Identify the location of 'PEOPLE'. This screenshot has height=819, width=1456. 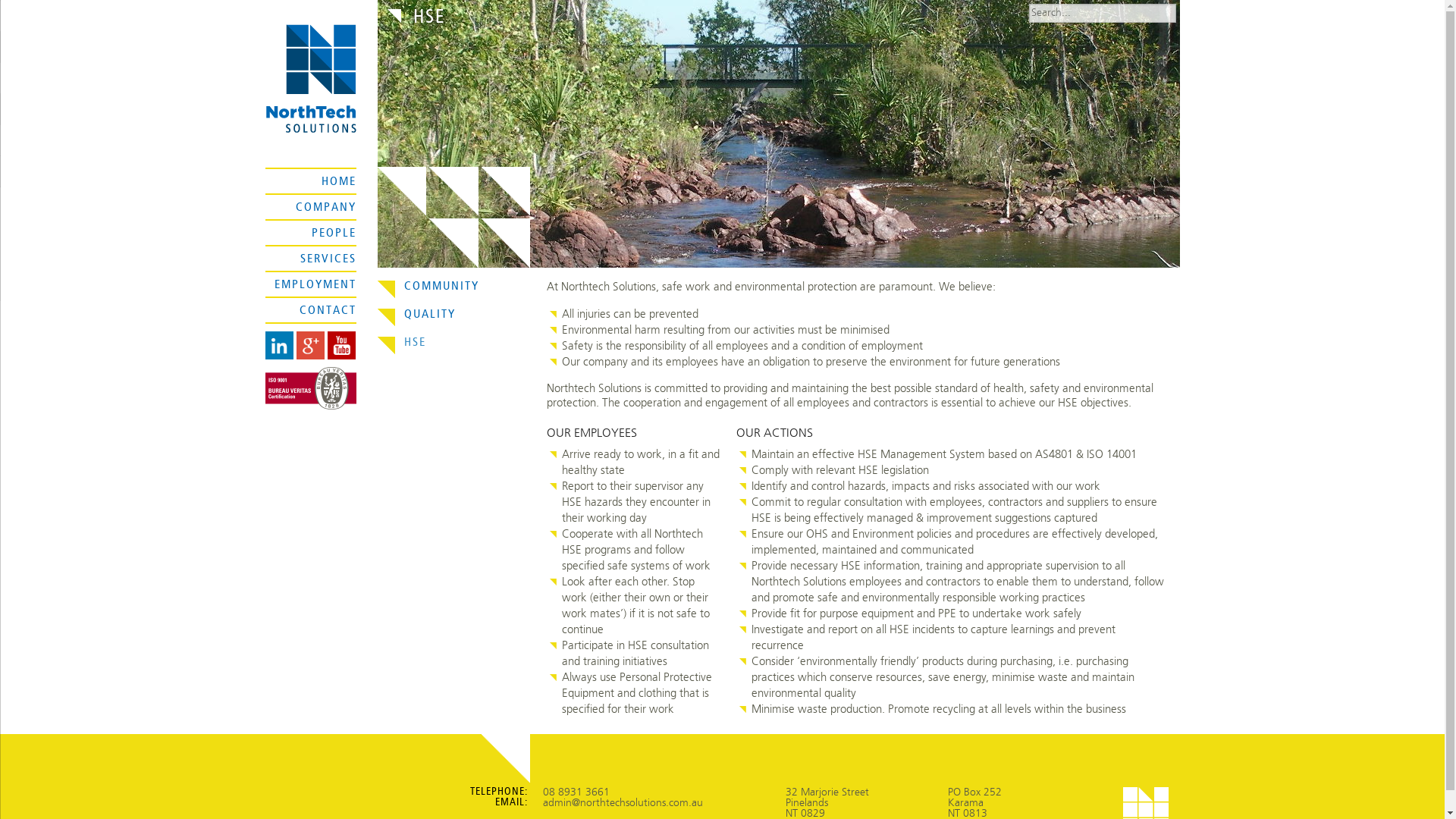
(332, 234).